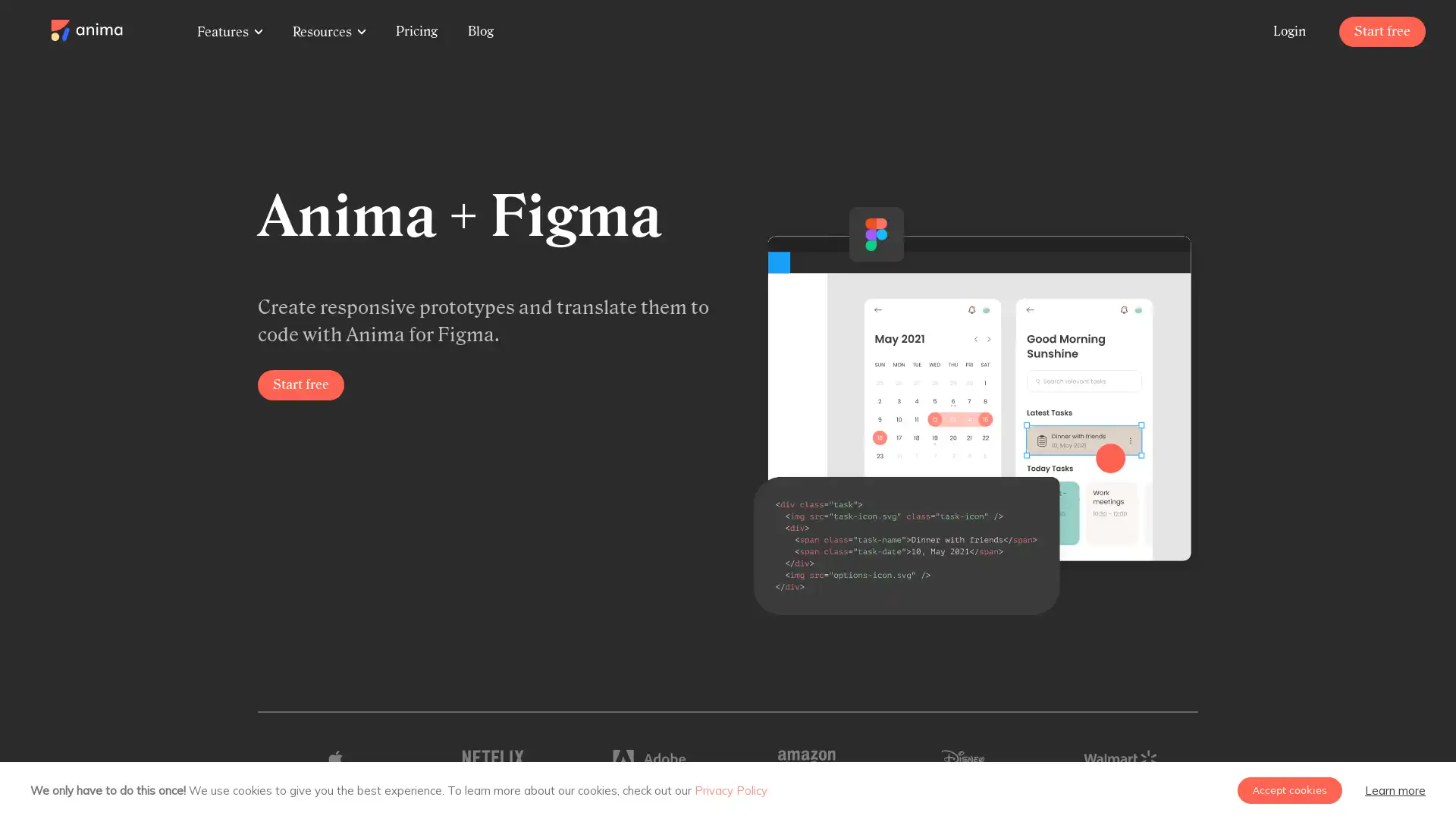 Image resolution: width=1456 pixels, height=819 pixels. What do you see at coordinates (328, 31) in the screenshot?
I see `Resources` at bounding box center [328, 31].